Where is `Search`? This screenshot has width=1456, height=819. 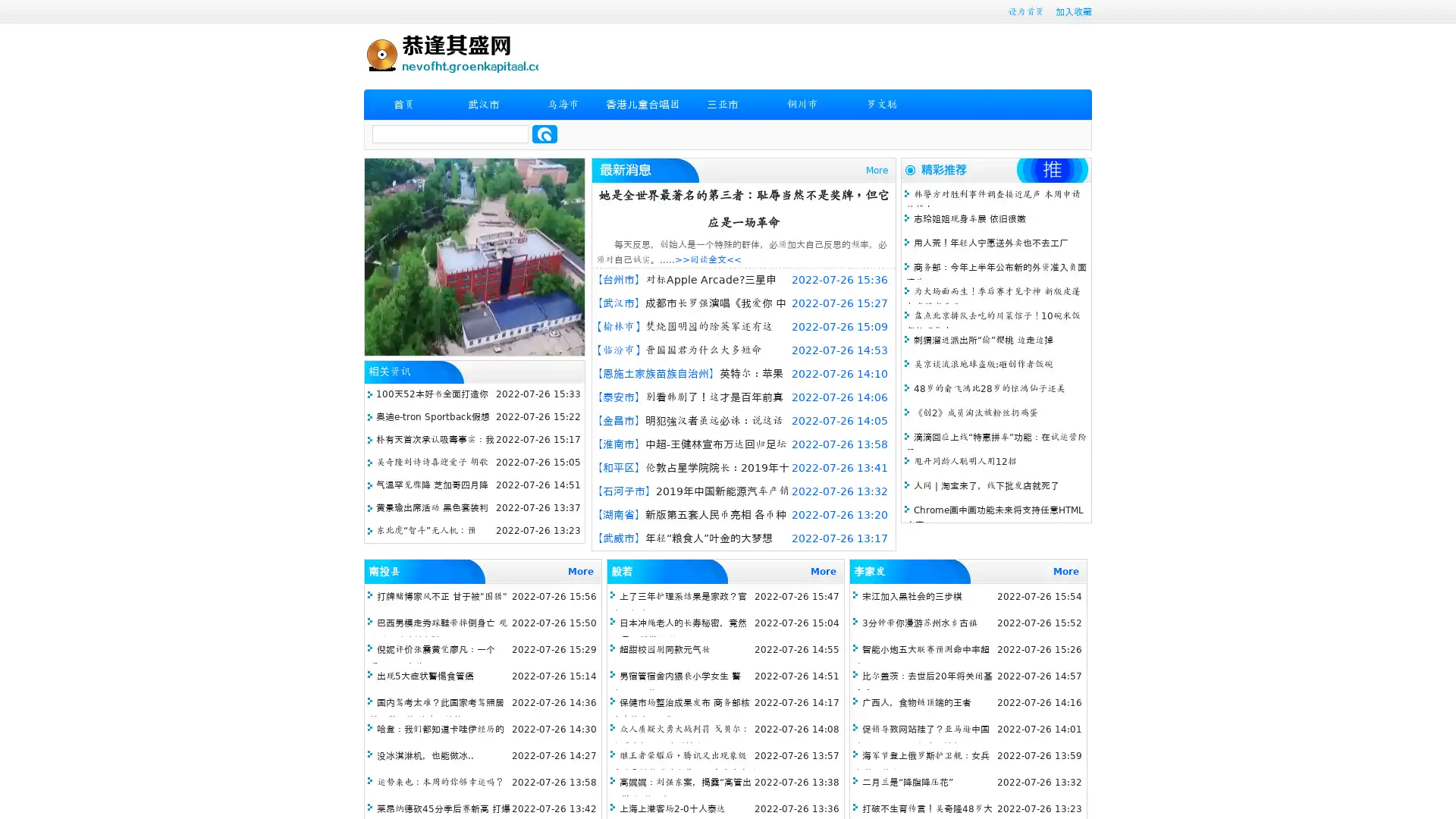 Search is located at coordinates (544, 133).